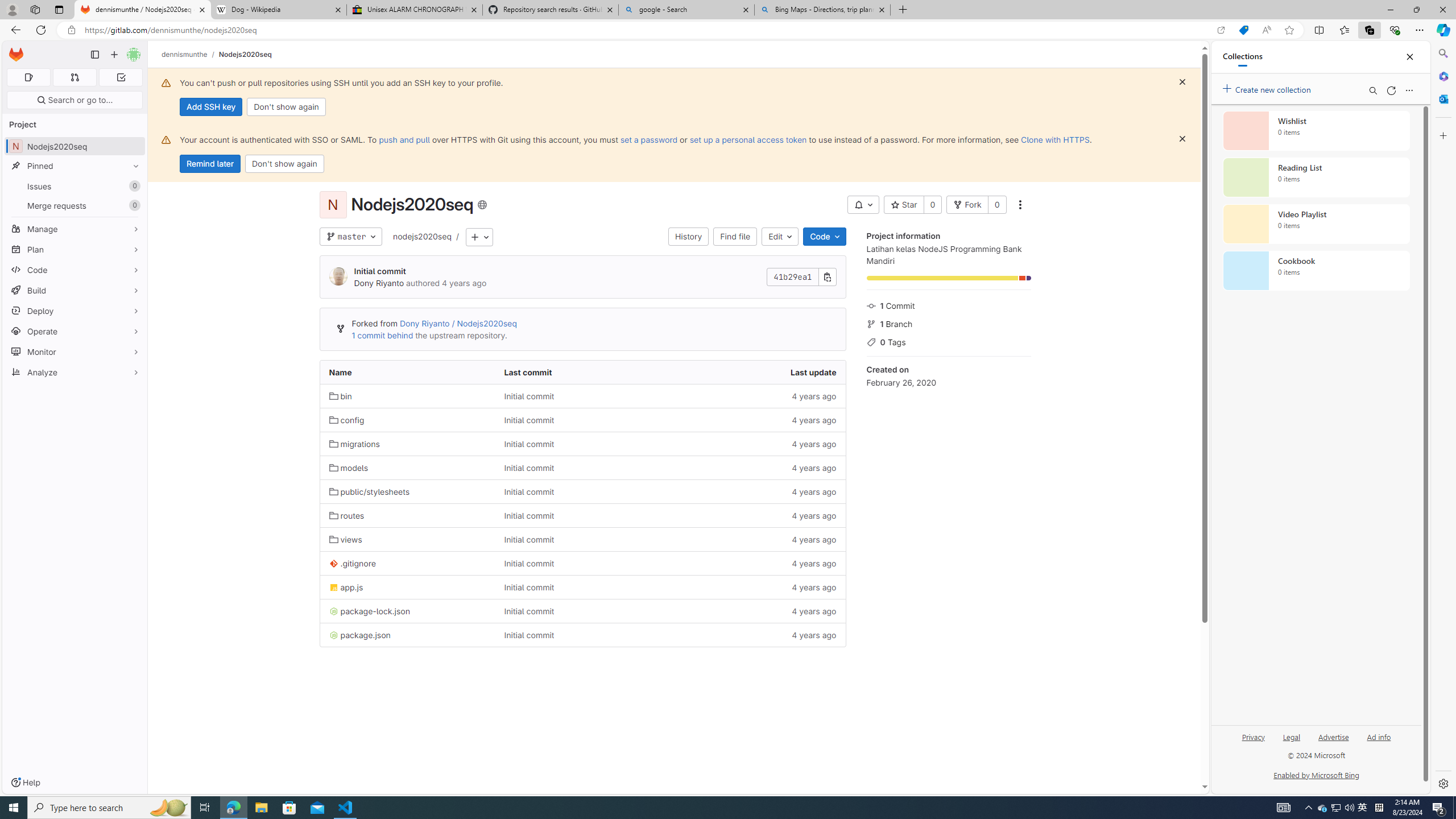 The width and height of the screenshot is (1456, 819). I want to click on 'Issues0', so click(74, 185).